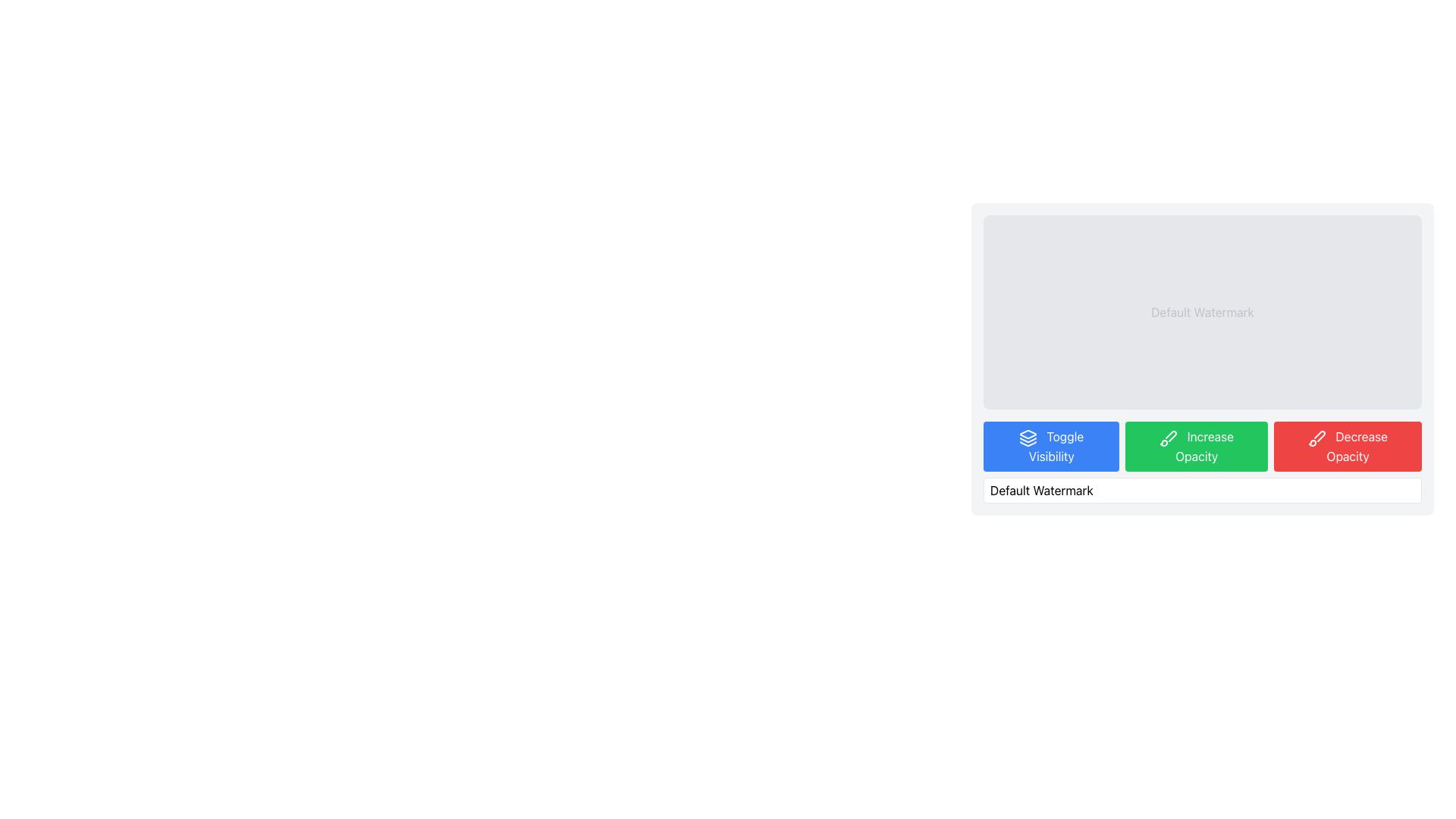 This screenshot has width=1456, height=819. What do you see at coordinates (1319, 436) in the screenshot?
I see `the decorative vector graphic element that serves as a symbol in the SVG, located towards the right side of the interface near the button group` at bounding box center [1319, 436].